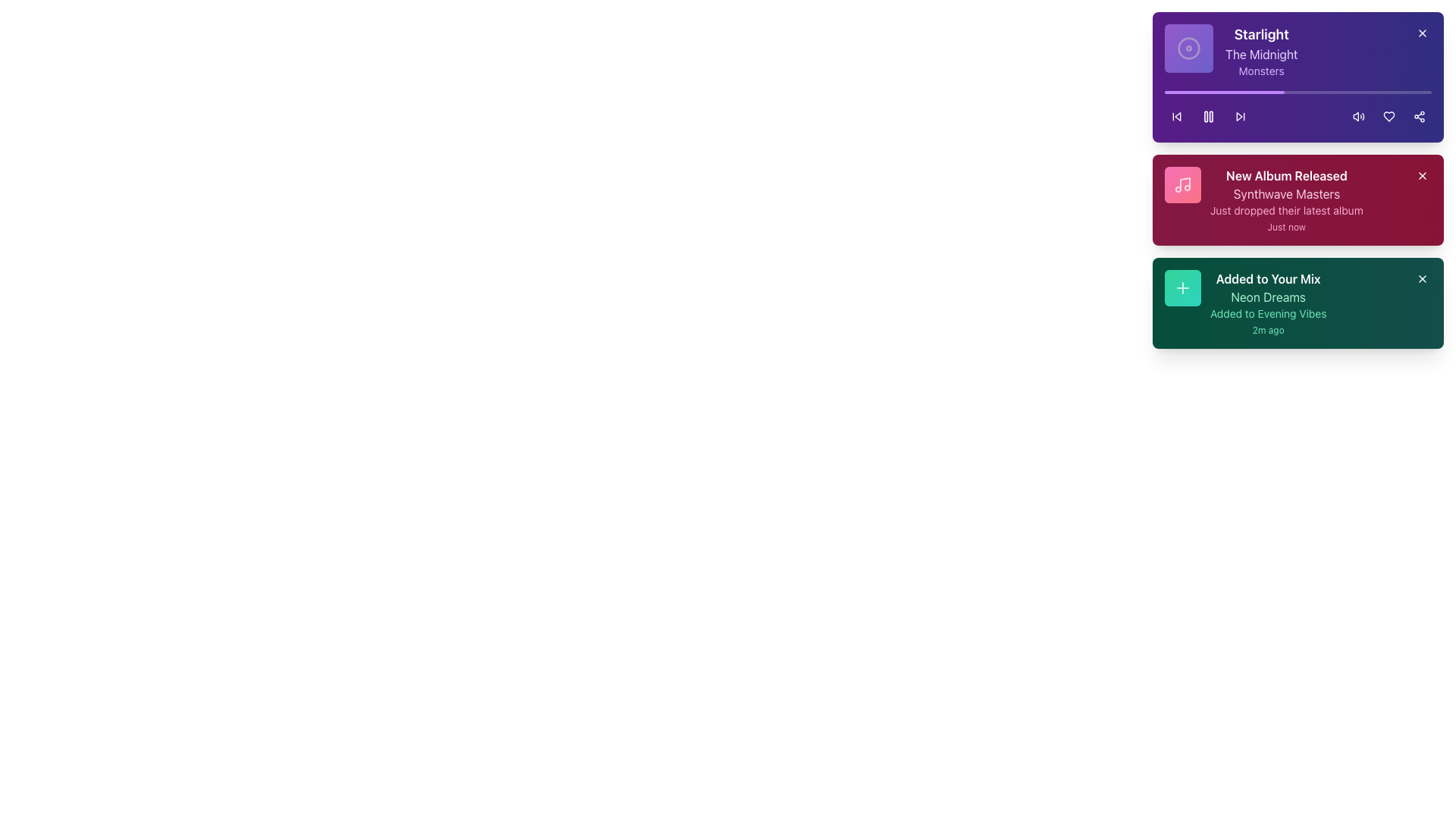 The image size is (1456, 819). What do you see at coordinates (1188, 48) in the screenshot?
I see `the decorative icon located in the upper-left corner of the purple notification card next to the card title 'Starlight'` at bounding box center [1188, 48].